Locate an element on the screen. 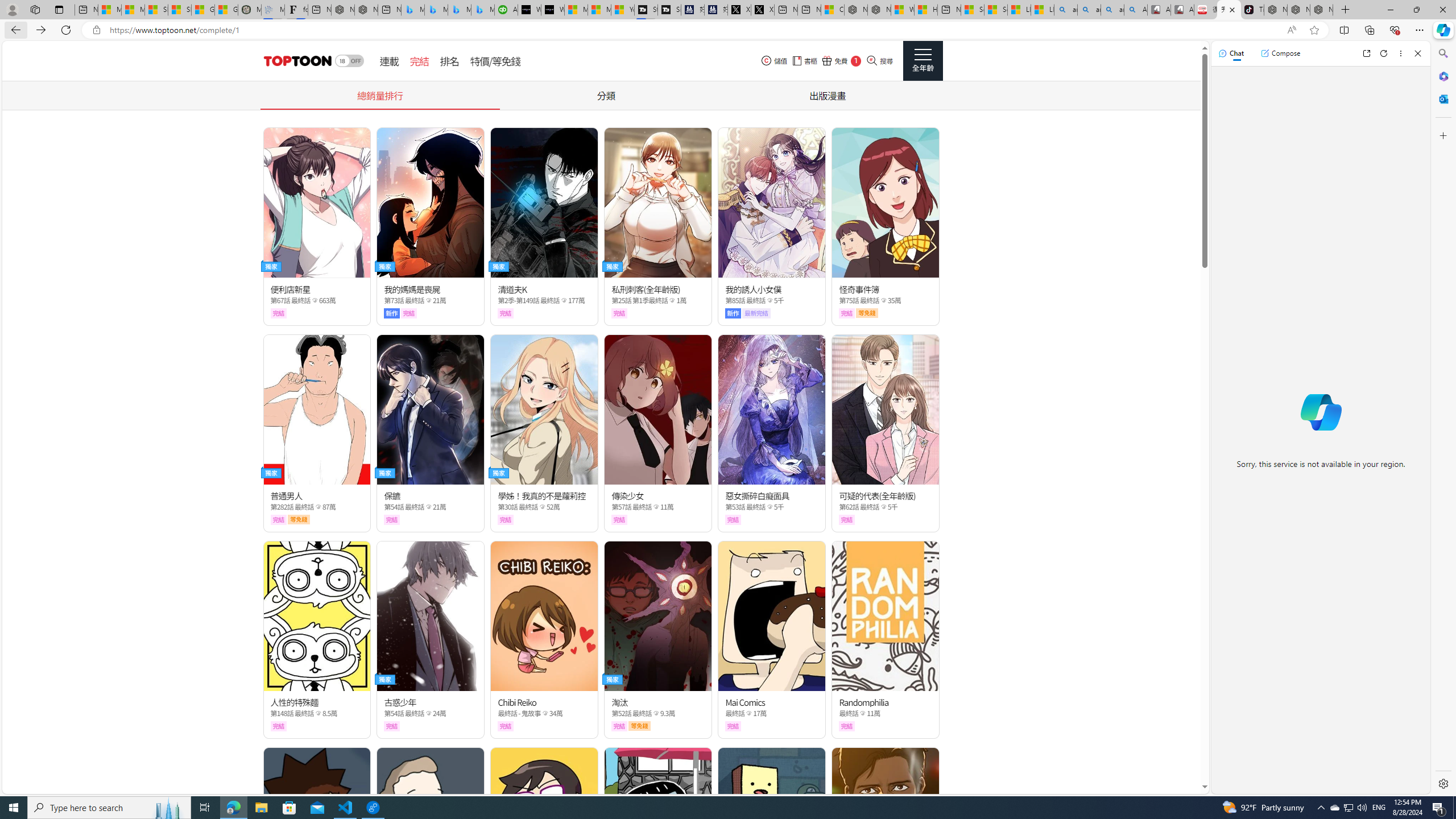  'Class: side_menu_btn actionRightMenuBtn' is located at coordinates (923, 61).